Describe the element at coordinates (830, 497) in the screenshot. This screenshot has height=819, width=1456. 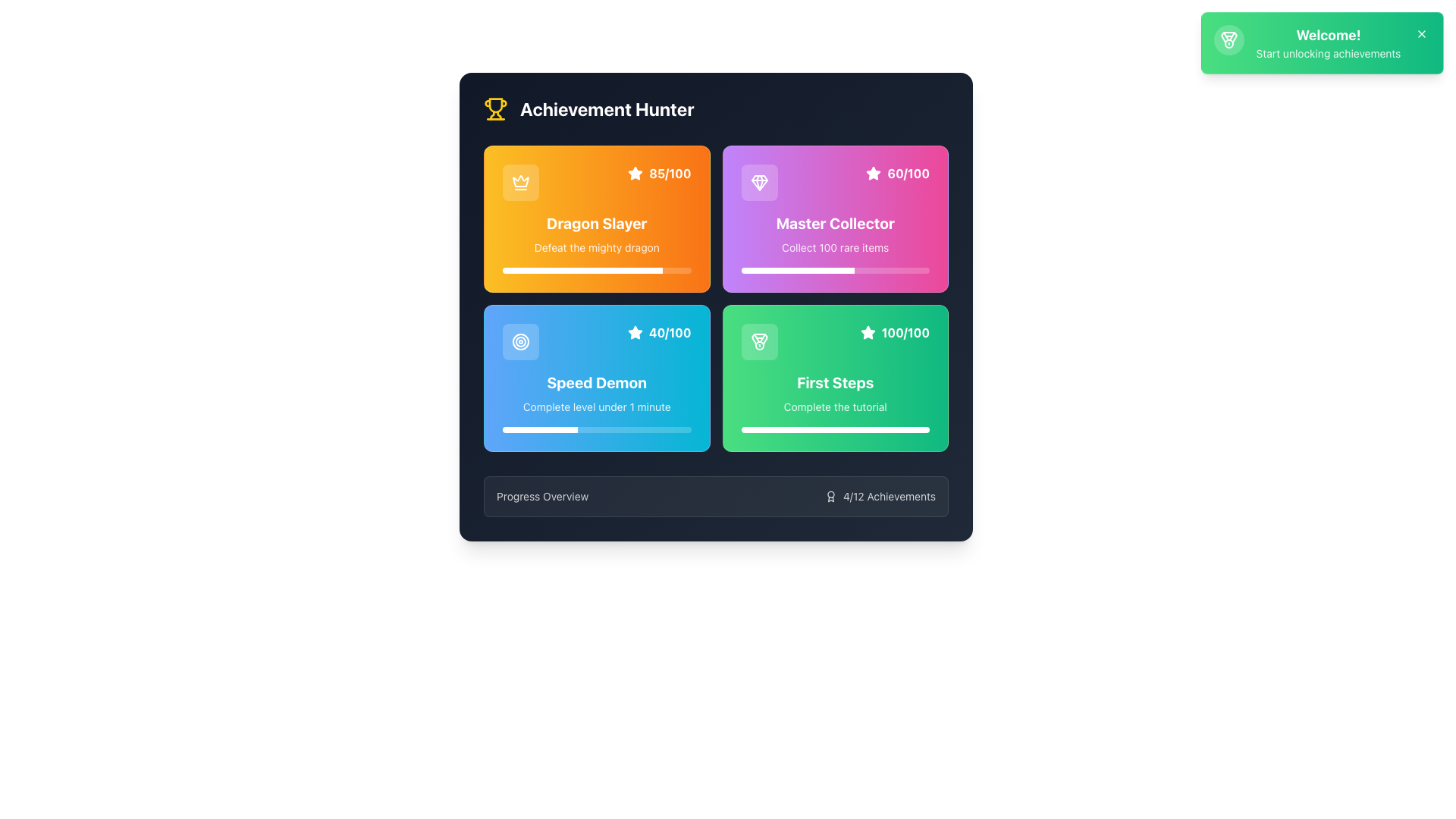
I see `the ribbon or medal icon associated with achievements located to the left of the text '4/12 Achievements' in the 'Progress Overview' card` at that location.